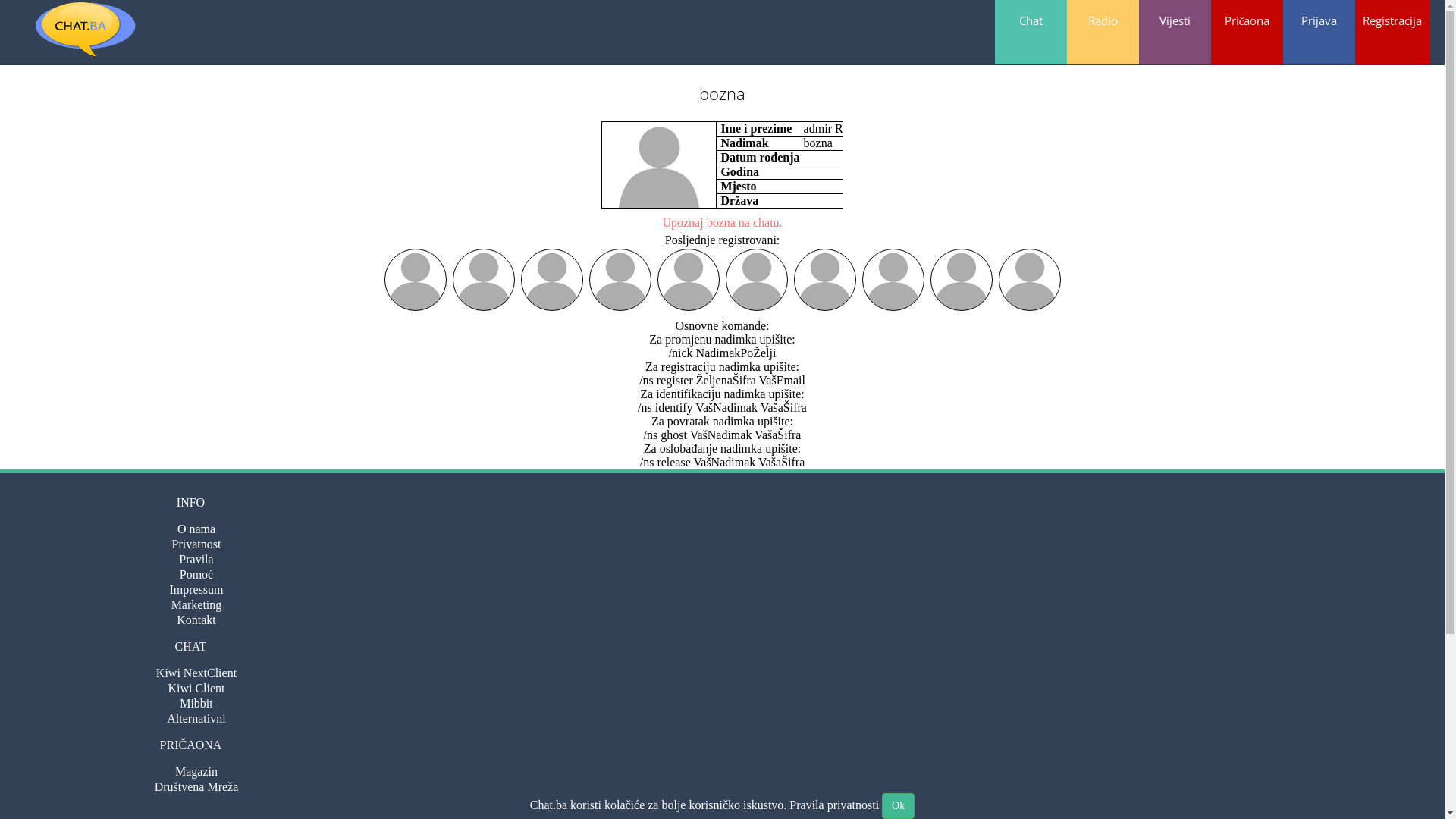 The height and width of the screenshot is (819, 1456). I want to click on 'Alternativni', so click(195, 717).